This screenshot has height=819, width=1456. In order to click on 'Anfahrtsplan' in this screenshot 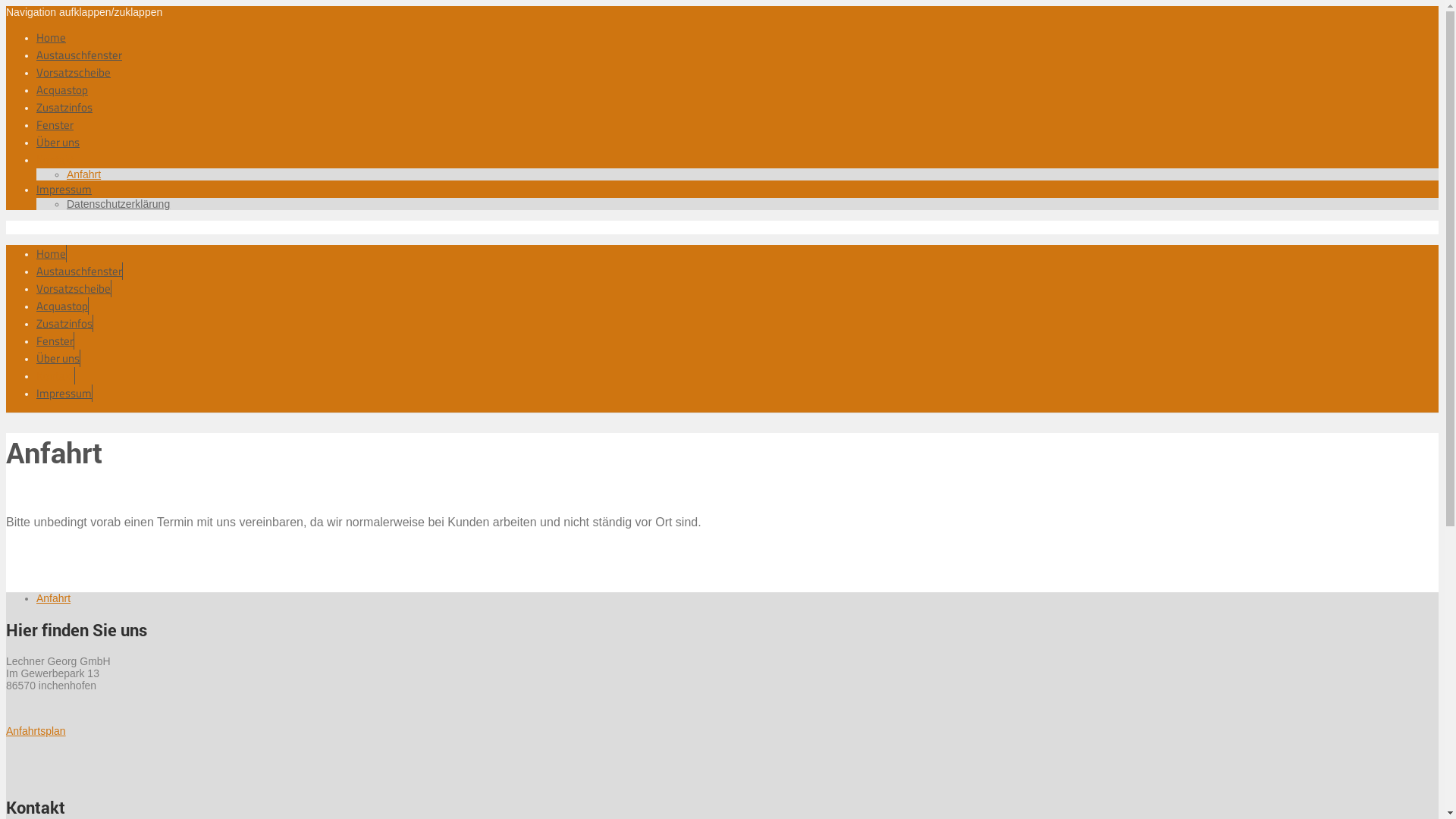, I will do `click(6, 730)`.